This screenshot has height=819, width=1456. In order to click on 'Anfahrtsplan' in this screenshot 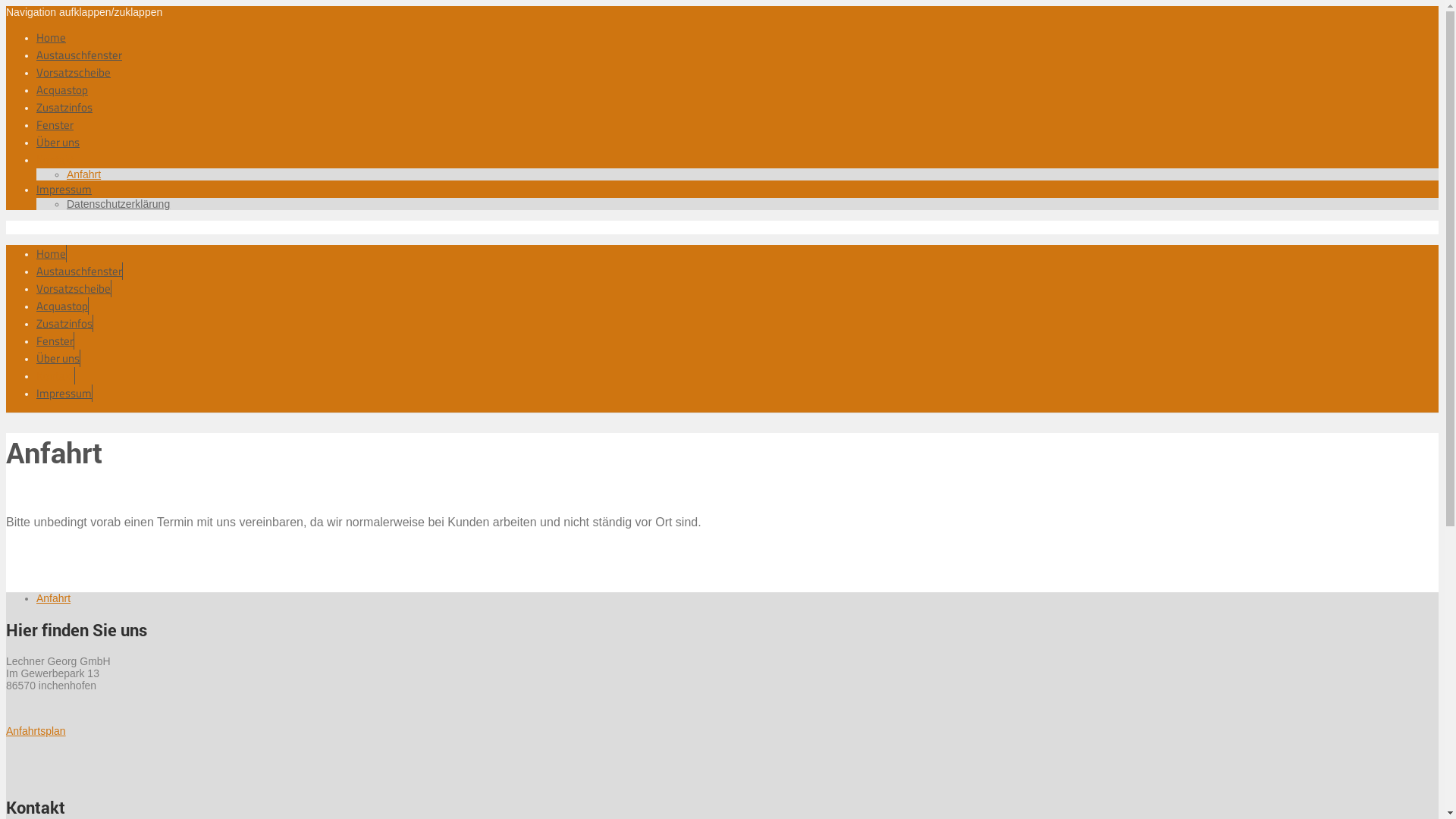, I will do `click(6, 730)`.